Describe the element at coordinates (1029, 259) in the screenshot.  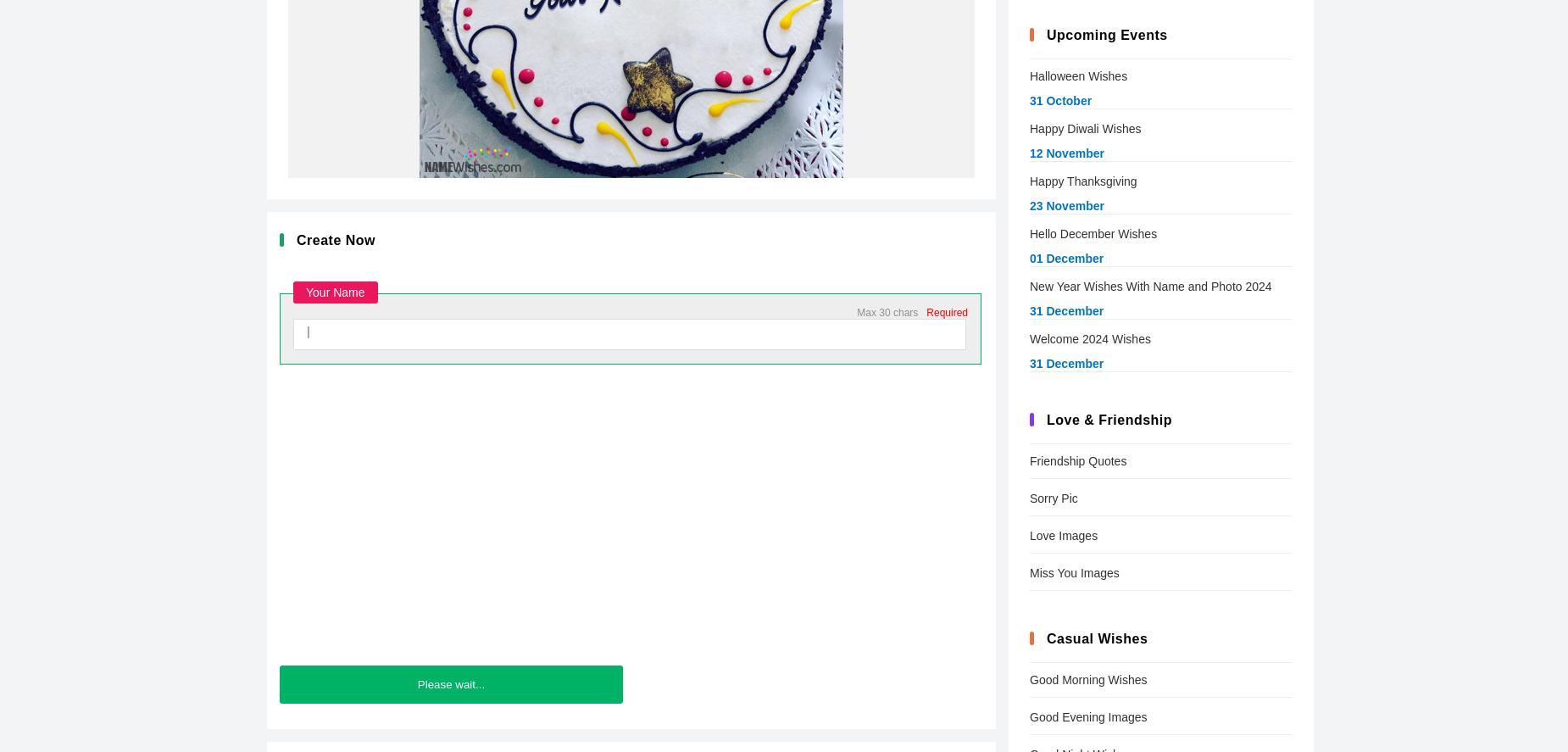
I see `'01 December'` at that location.